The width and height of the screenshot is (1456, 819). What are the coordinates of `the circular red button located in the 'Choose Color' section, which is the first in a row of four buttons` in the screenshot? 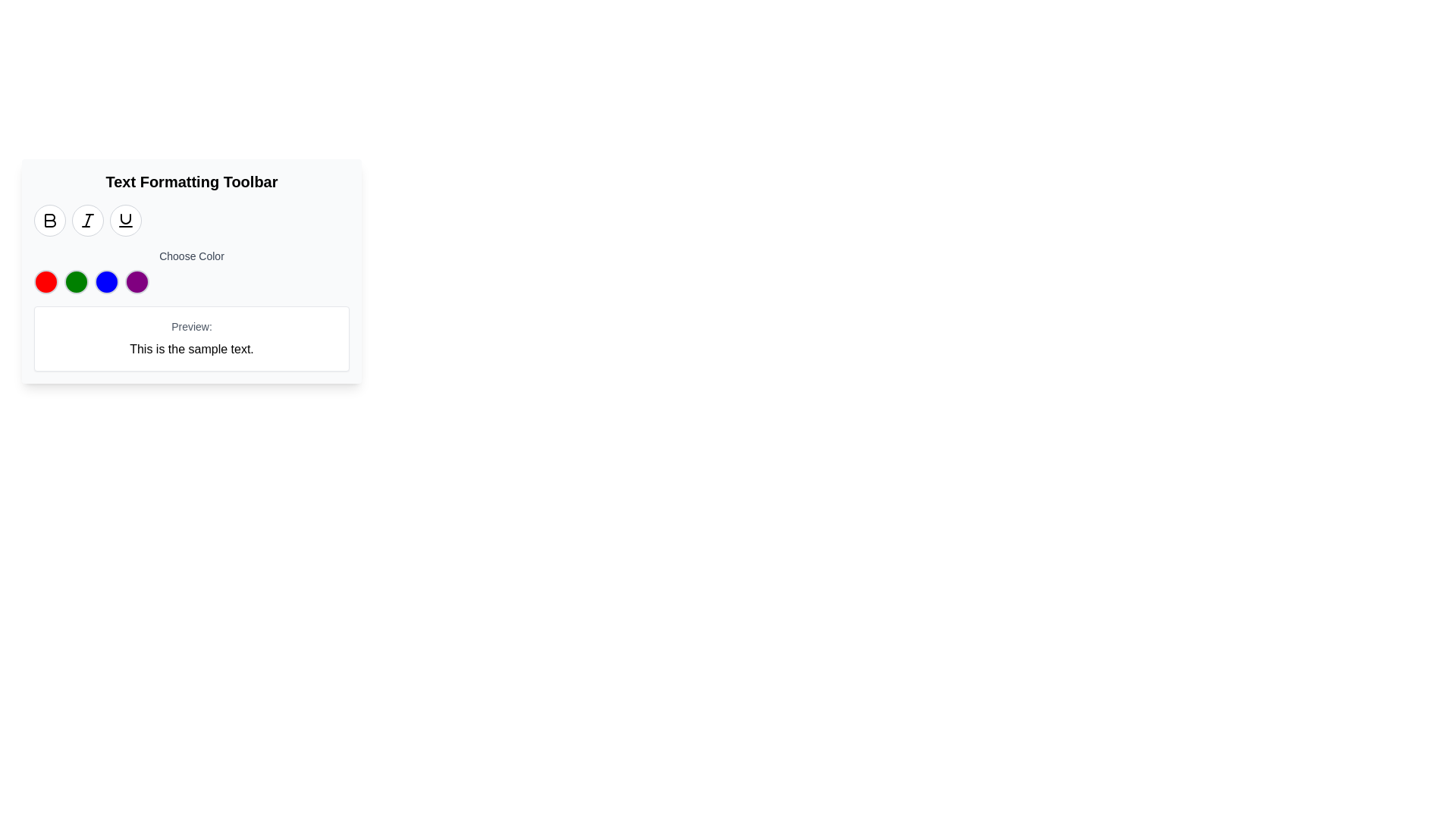 It's located at (46, 281).